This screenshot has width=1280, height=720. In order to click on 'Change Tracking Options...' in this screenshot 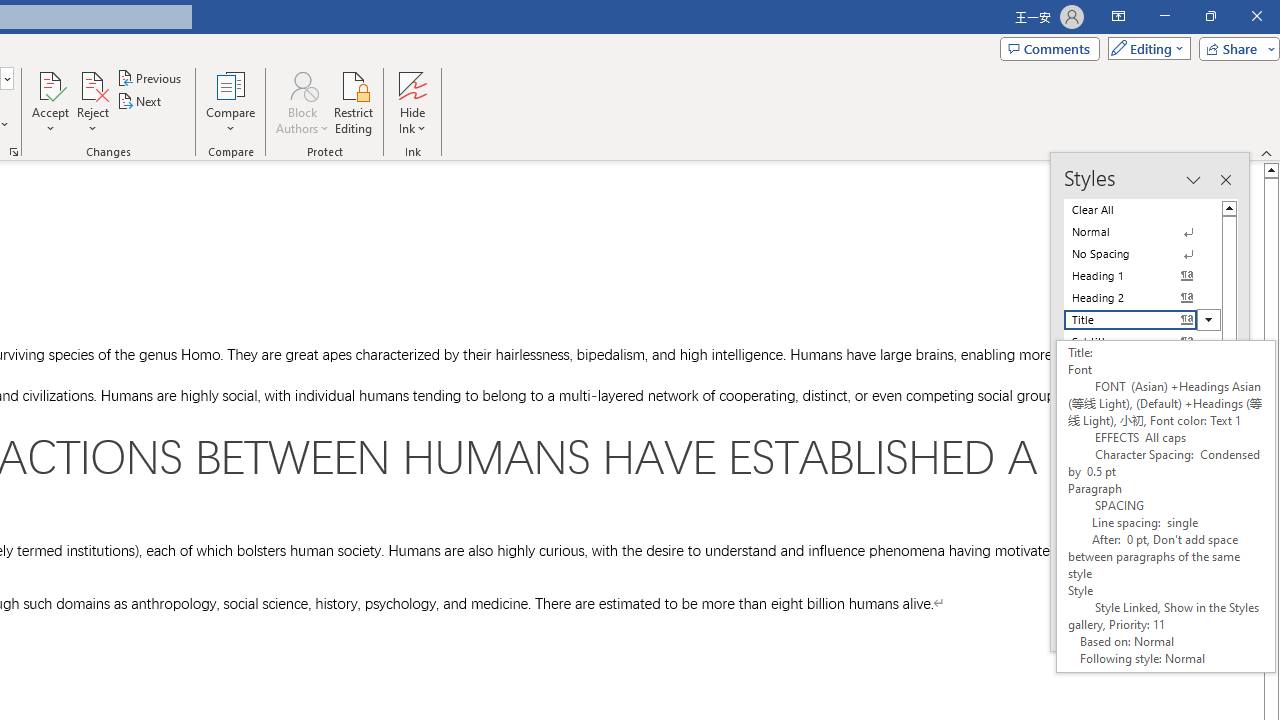, I will do `click(14, 150)`.